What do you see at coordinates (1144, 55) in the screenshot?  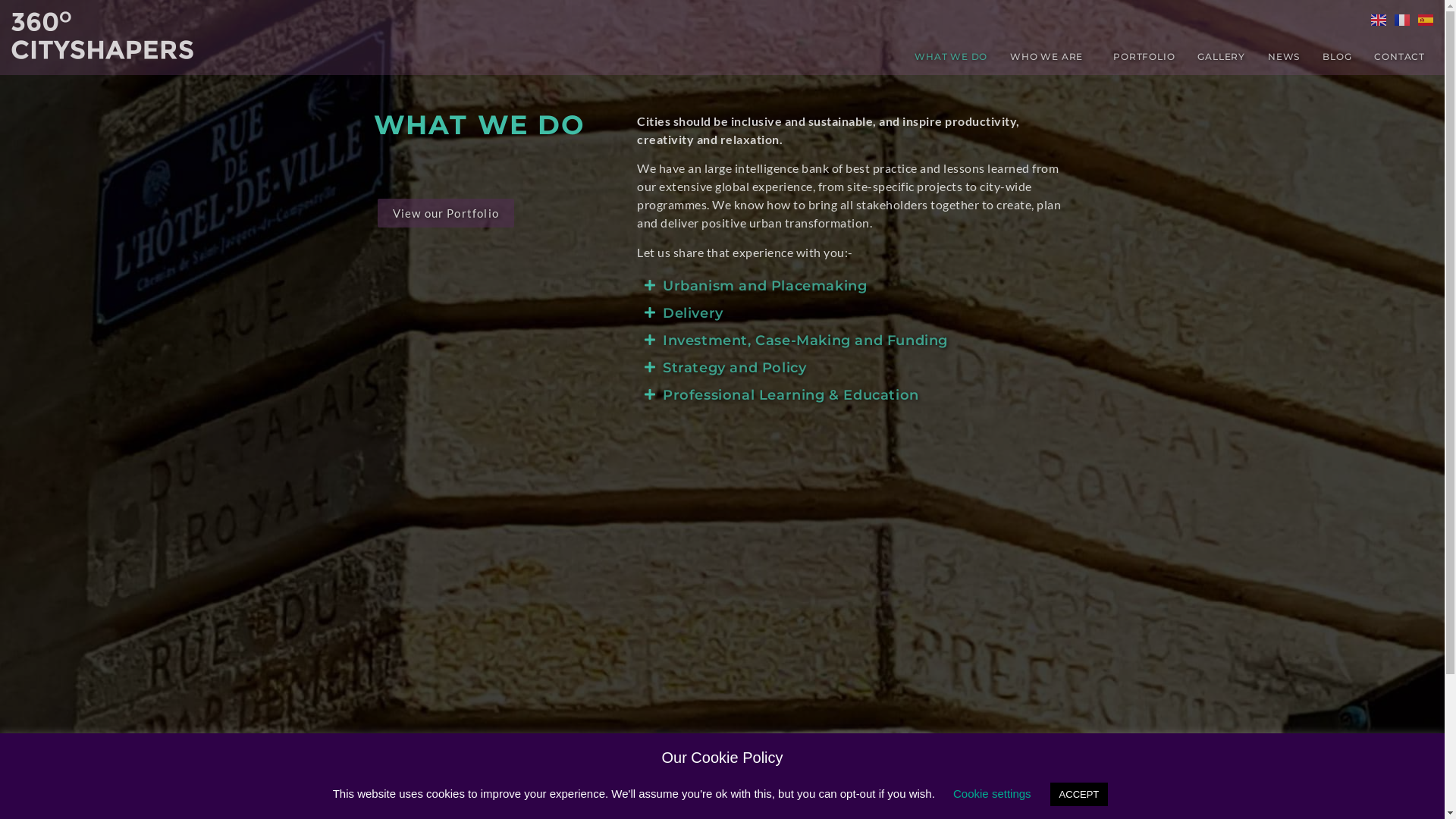 I see `'PORTFOLIO'` at bounding box center [1144, 55].